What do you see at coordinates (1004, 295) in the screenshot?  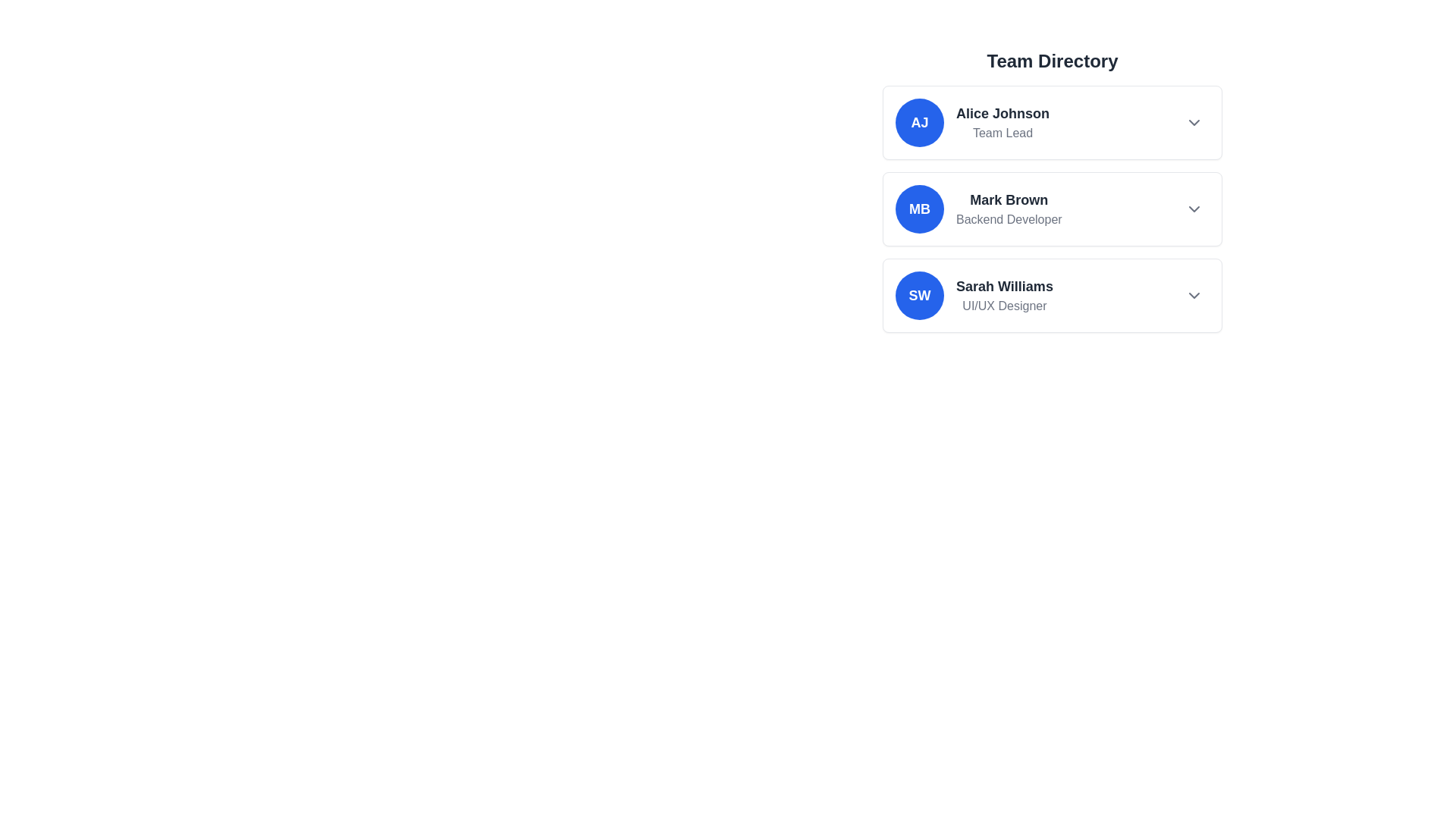 I see `the Text Label displaying 'Sarah Williams' and 'UI/UX Designer' in the third profile entry of the 'Team Directory', which is centrally aligned with a blue circular avatar` at bounding box center [1004, 295].